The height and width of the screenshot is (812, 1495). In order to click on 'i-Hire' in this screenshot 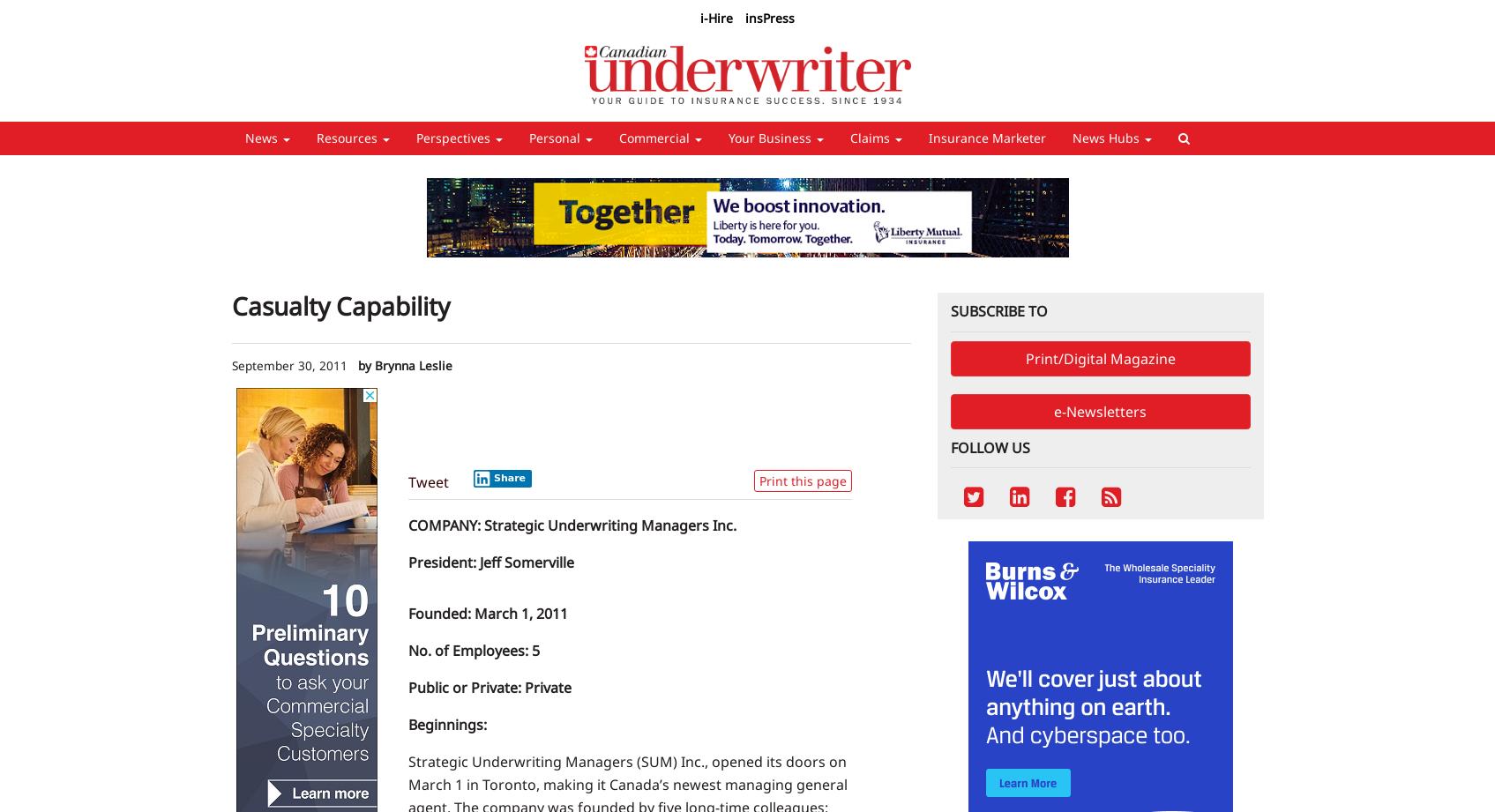, I will do `click(716, 18)`.